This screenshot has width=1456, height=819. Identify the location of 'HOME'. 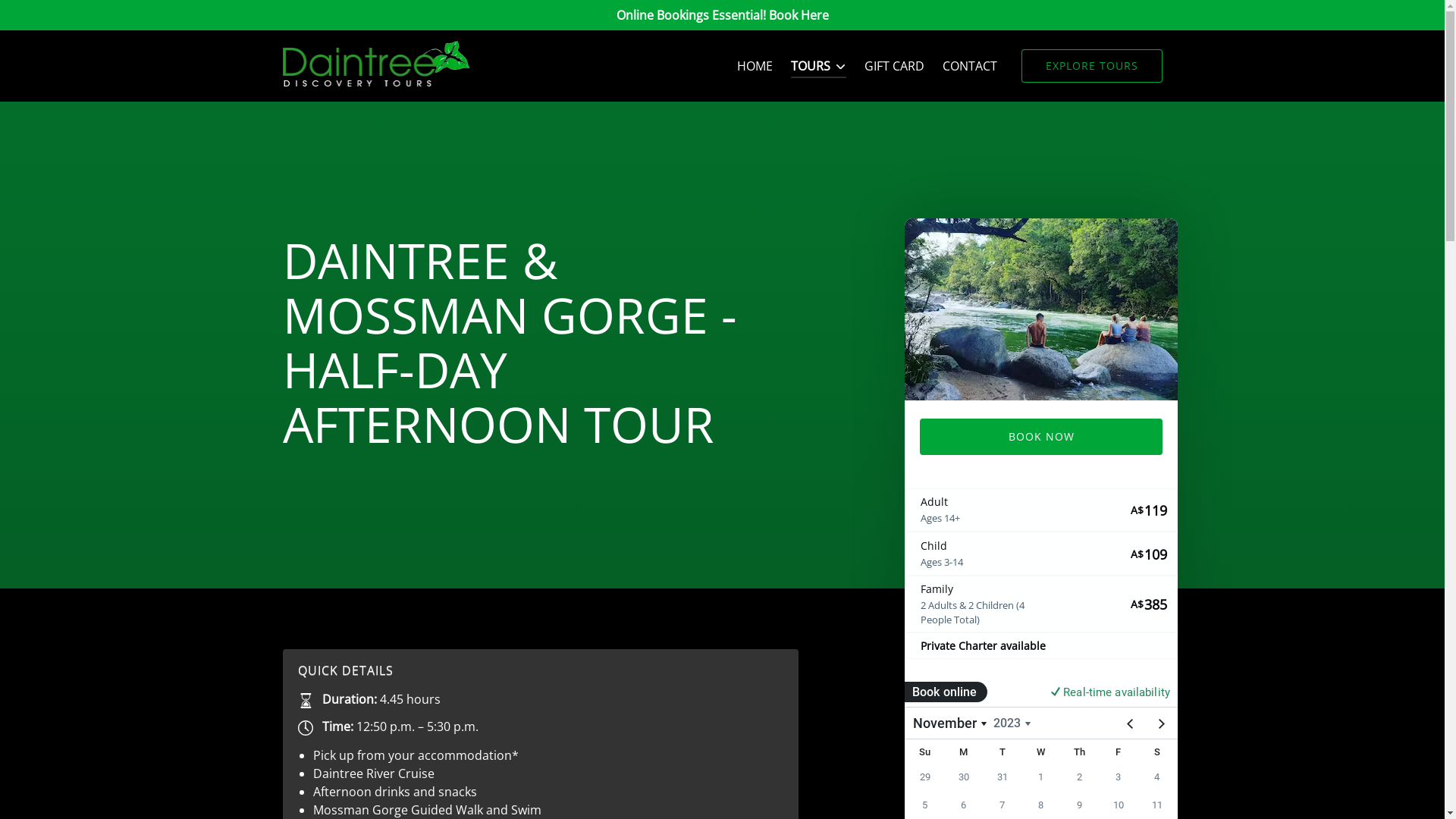
(755, 65).